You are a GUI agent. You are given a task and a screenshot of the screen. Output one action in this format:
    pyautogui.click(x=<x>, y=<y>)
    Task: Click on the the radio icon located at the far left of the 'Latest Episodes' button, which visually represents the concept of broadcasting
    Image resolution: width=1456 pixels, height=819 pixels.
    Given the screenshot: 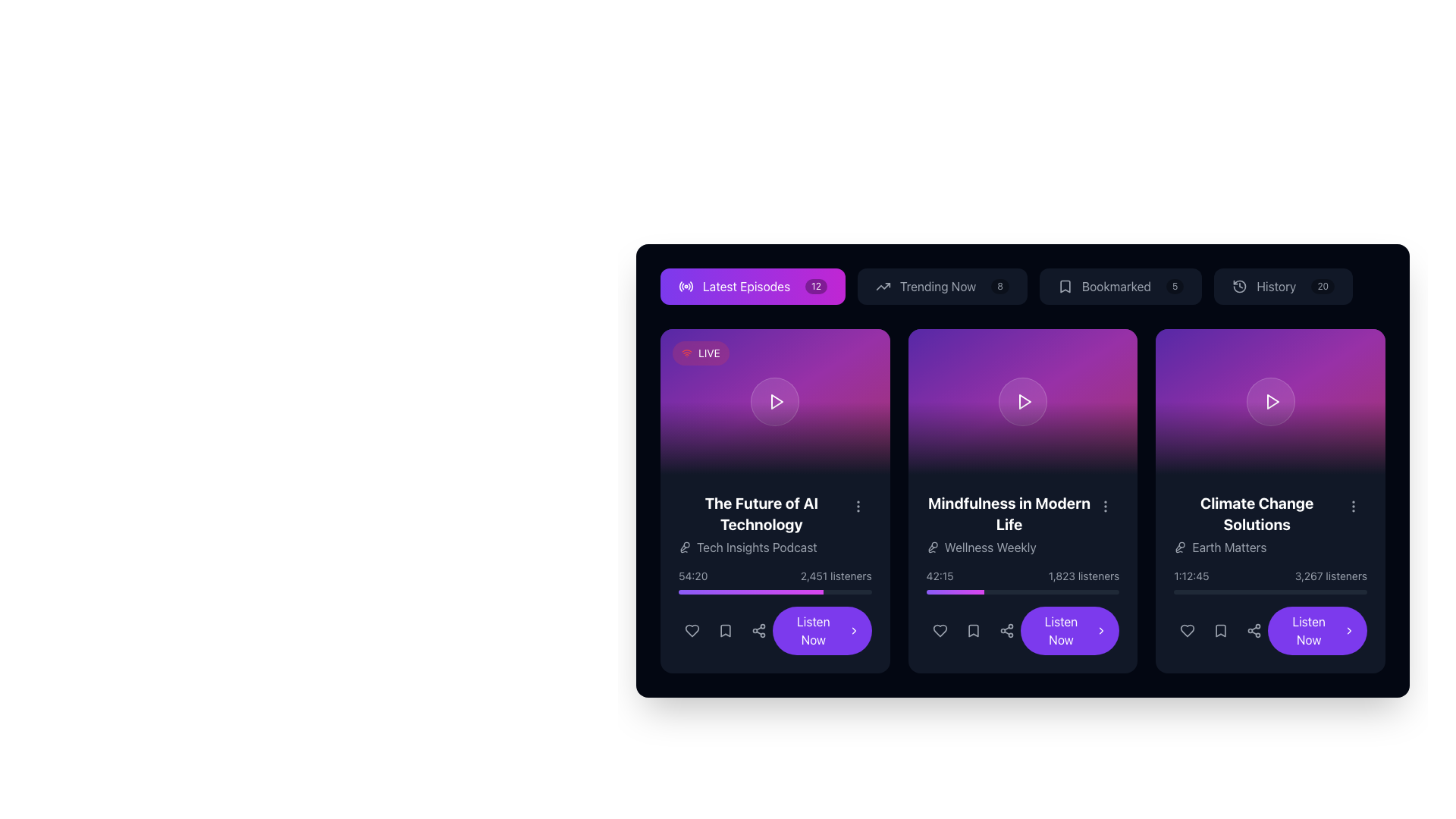 What is the action you would take?
    pyautogui.click(x=686, y=287)
    